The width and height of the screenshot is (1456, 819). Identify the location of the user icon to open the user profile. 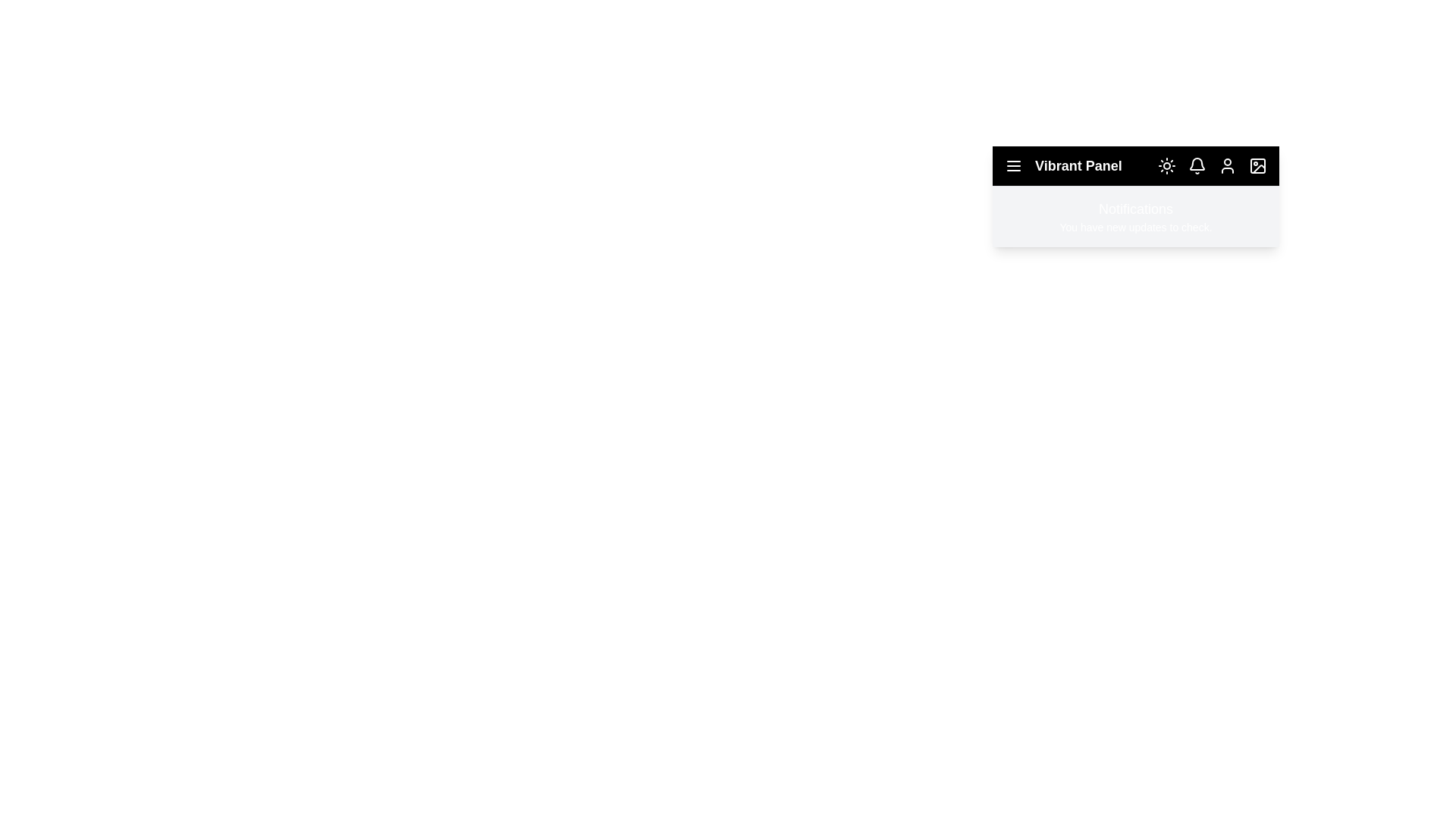
(1227, 166).